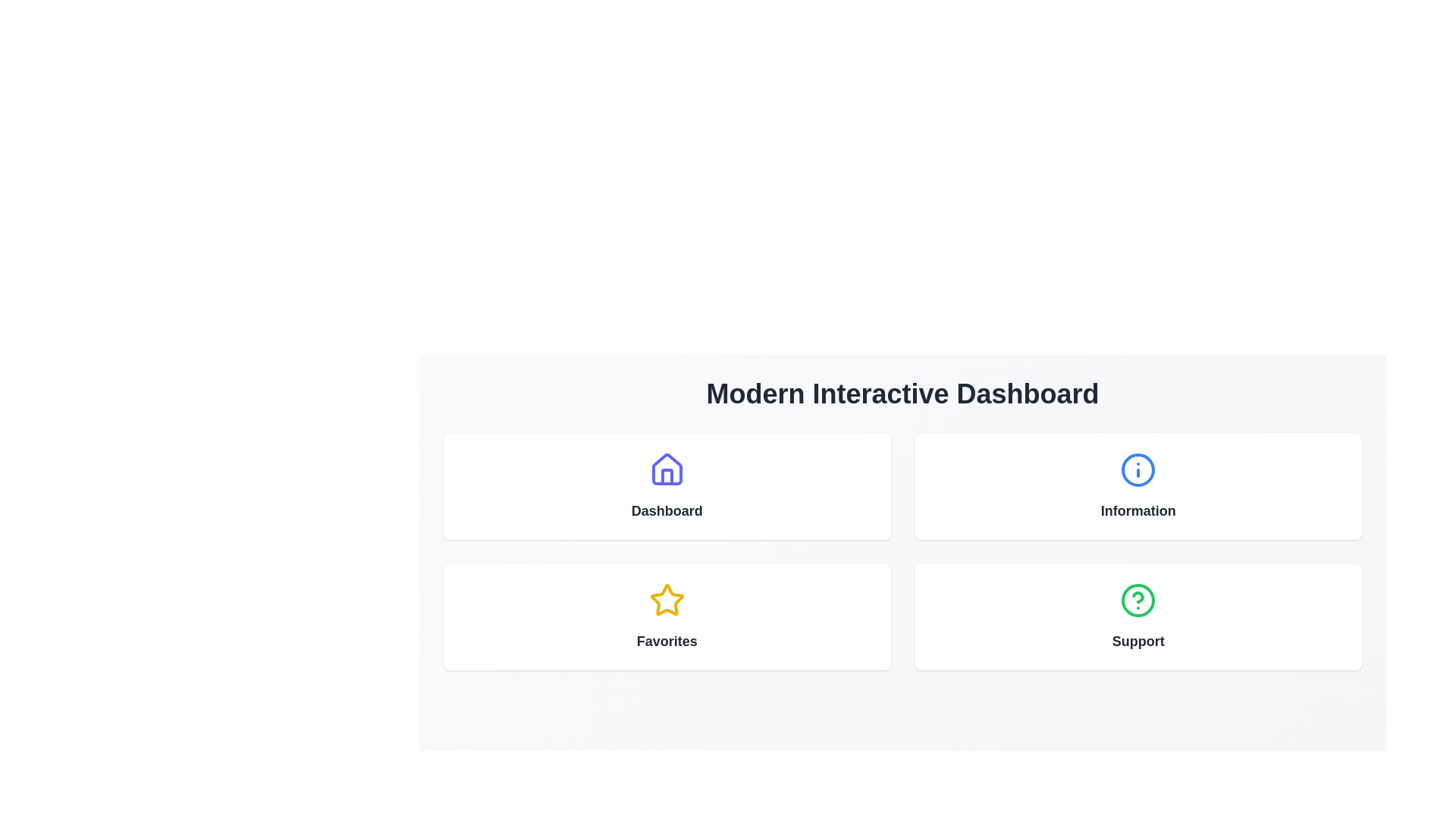 This screenshot has width=1456, height=819. Describe the element at coordinates (1138, 599) in the screenshot. I see `the green circular icon with a white question mark in the center located in the lower-right card labeled 'Support'` at that location.